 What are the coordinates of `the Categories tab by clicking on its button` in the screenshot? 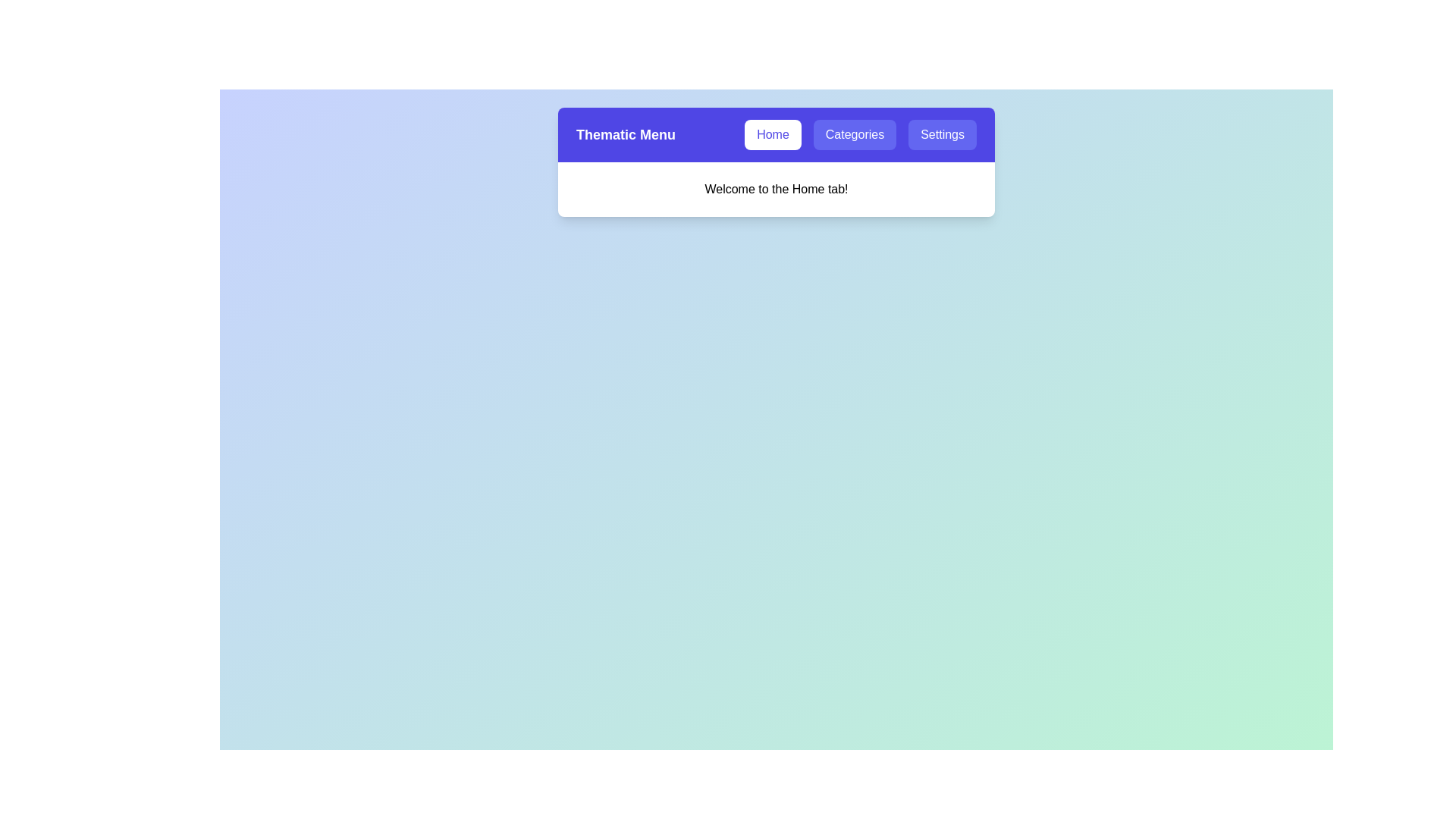 It's located at (855, 133).